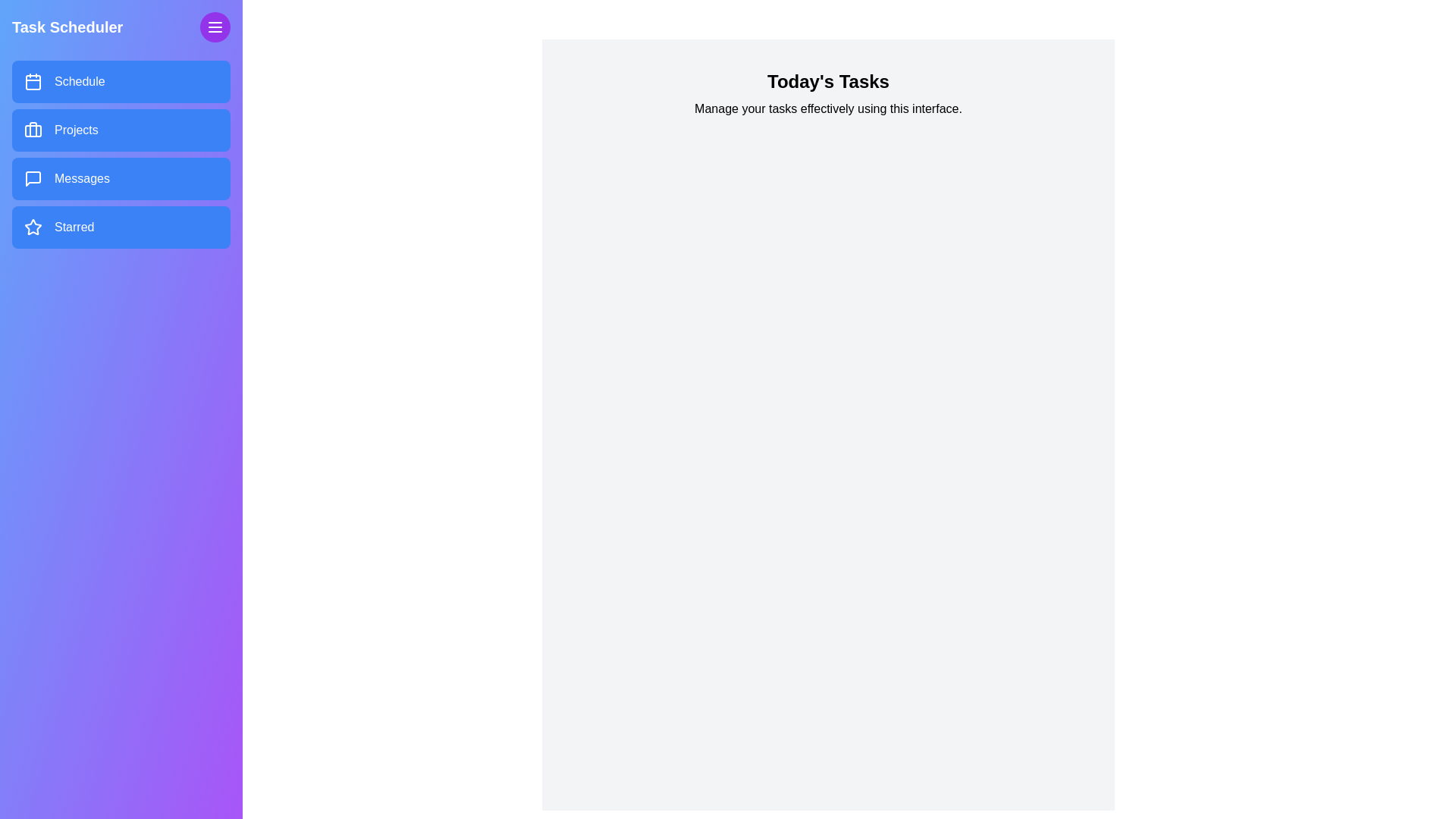 This screenshot has width=1456, height=819. Describe the element at coordinates (120, 82) in the screenshot. I see `the menu item labeled Schedule in the drawer` at that location.